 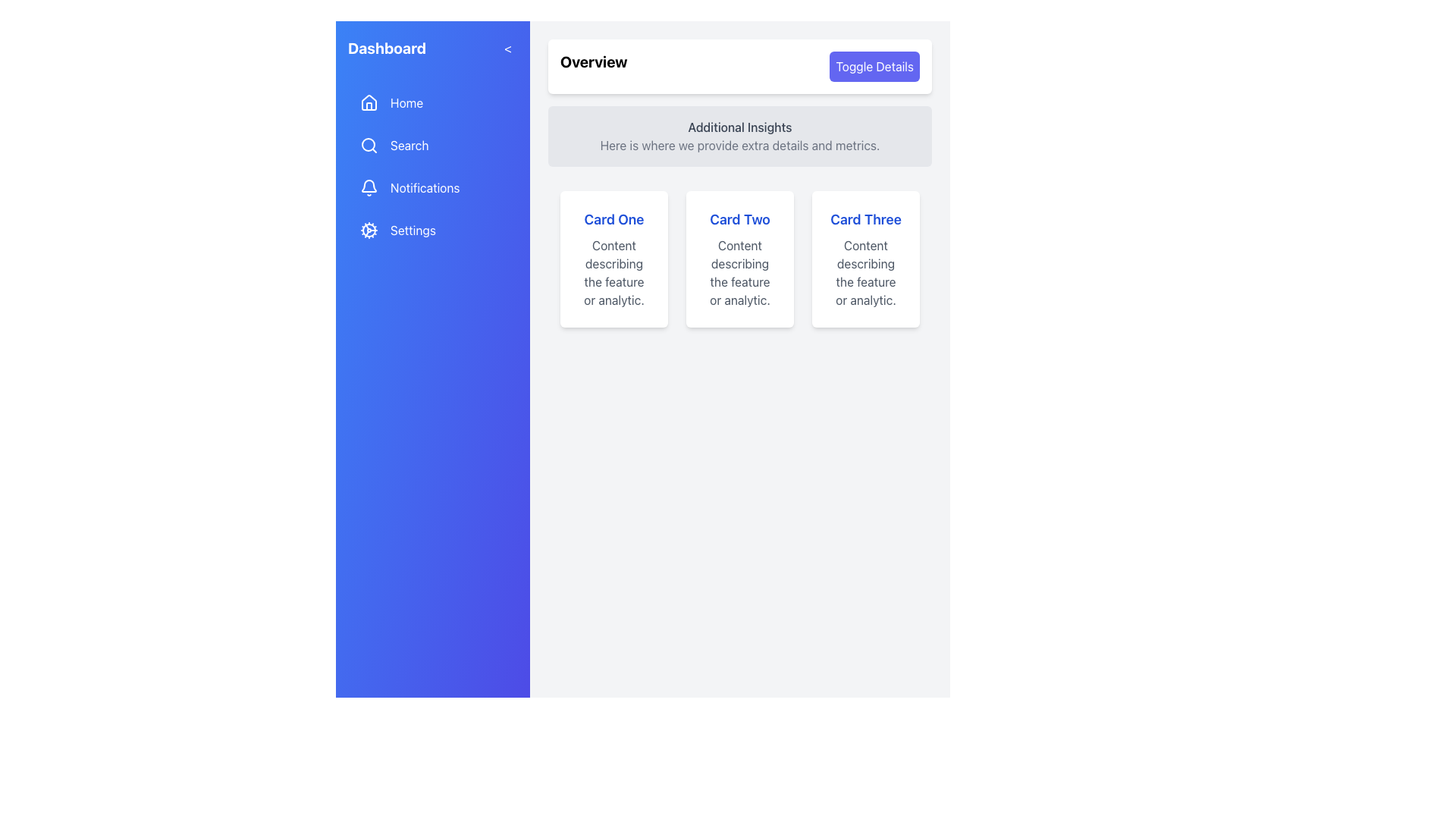 I want to click on the house icon located at the top of the vertical navigation menu, which is represented in a simple line-drawn style with a square base and triangular roof, so click(x=369, y=102).